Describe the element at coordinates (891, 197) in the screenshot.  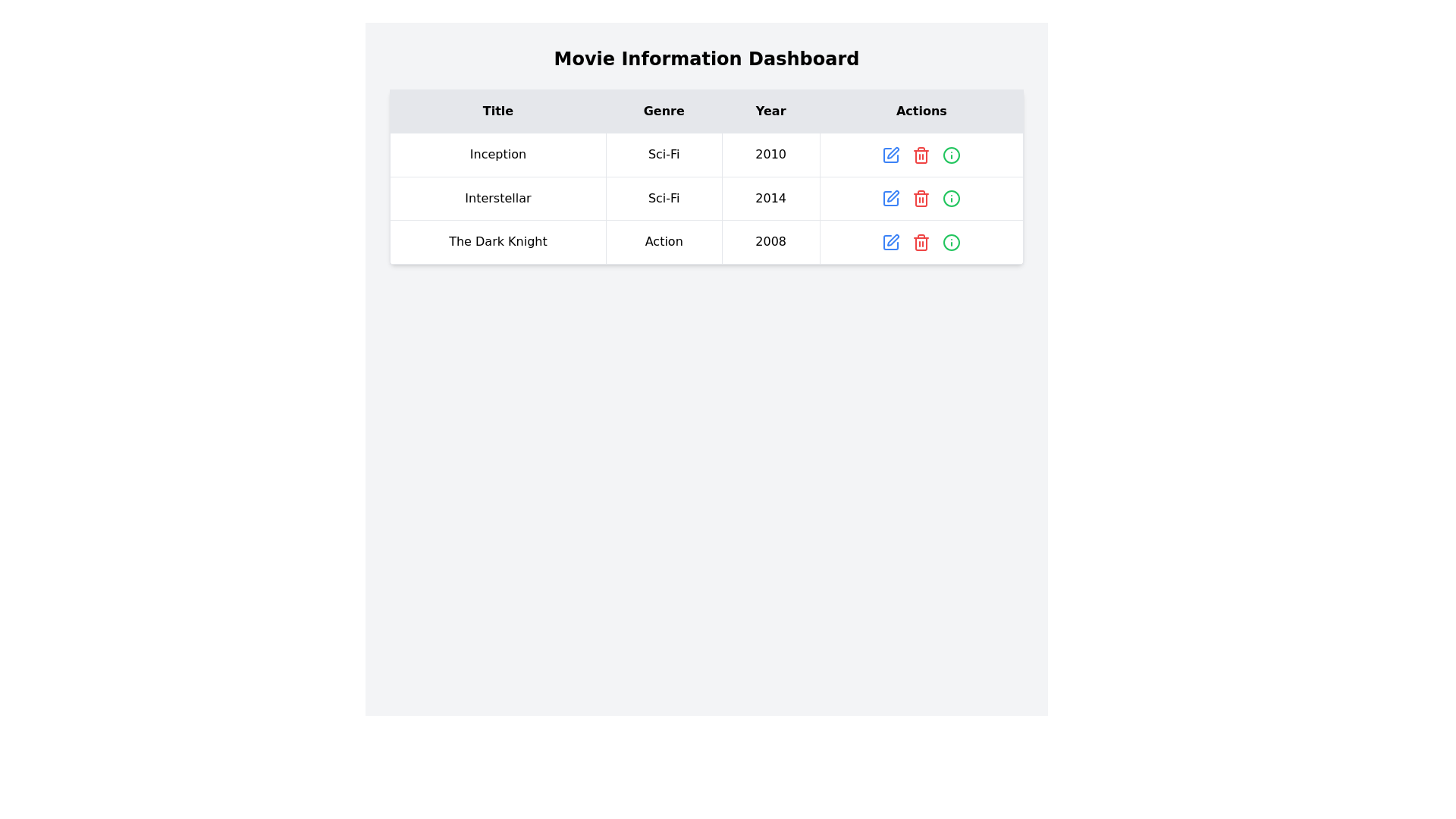
I see `the 'Edit Information' icon button located in the second row of the 'Actions' column` at that location.